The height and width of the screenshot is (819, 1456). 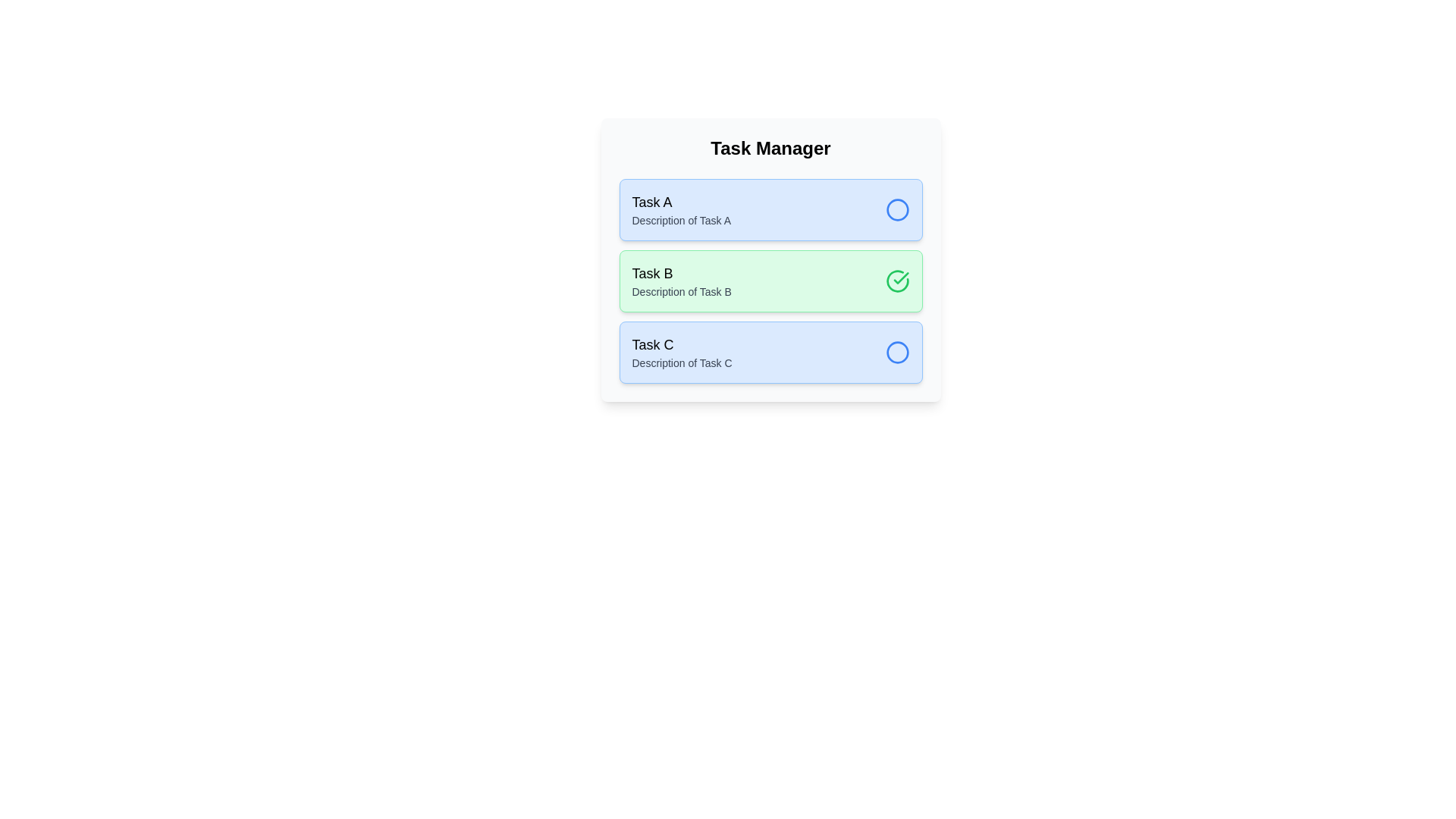 What do you see at coordinates (897, 210) in the screenshot?
I see `the visual indicator icon associated with the 'Task A' card in the Task Manager interface, located on the far right side of the card` at bounding box center [897, 210].